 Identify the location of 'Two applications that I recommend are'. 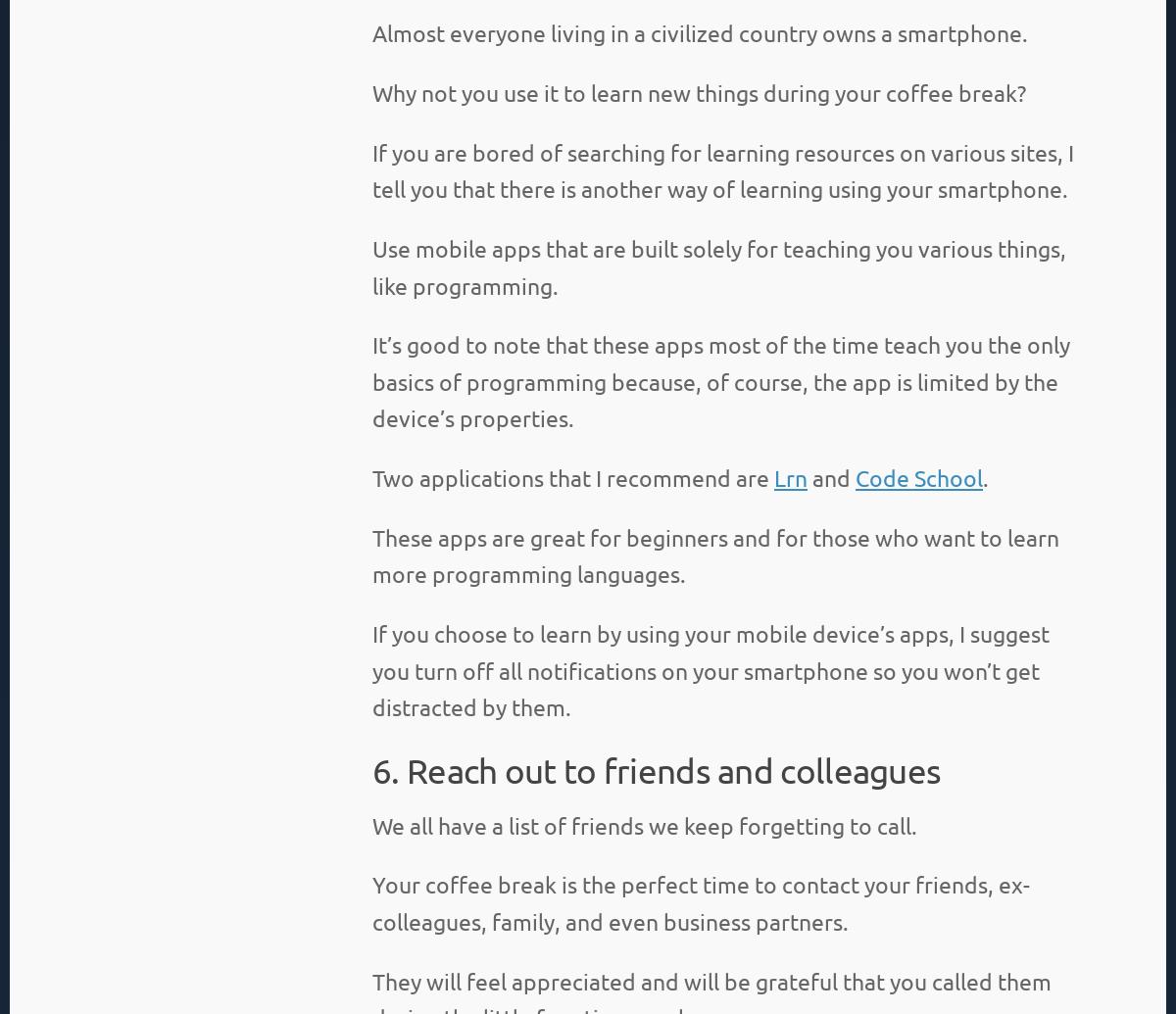
(372, 477).